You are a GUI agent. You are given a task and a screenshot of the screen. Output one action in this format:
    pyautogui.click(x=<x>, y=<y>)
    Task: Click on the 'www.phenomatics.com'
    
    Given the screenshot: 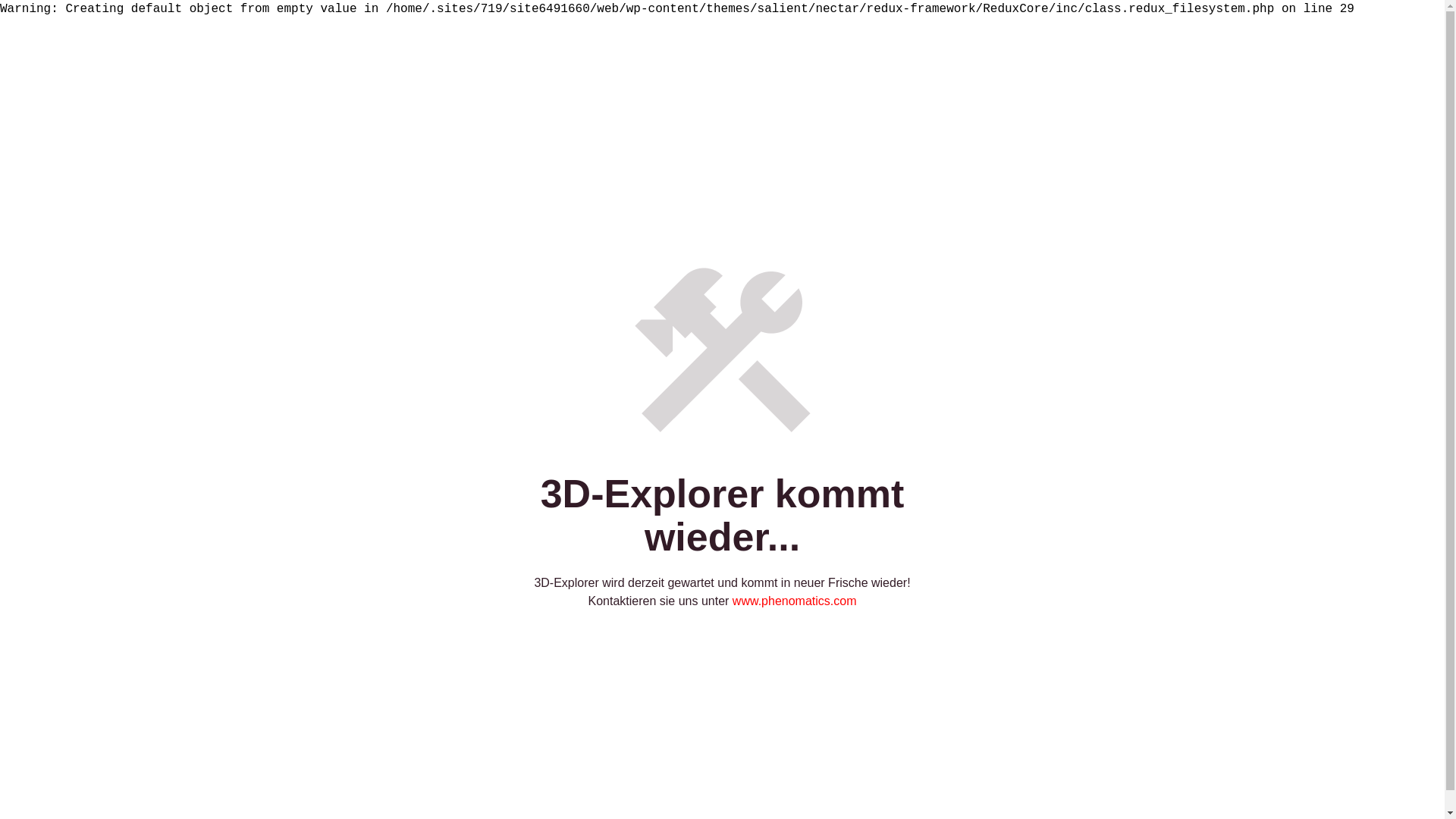 What is the action you would take?
    pyautogui.click(x=793, y=600)
    